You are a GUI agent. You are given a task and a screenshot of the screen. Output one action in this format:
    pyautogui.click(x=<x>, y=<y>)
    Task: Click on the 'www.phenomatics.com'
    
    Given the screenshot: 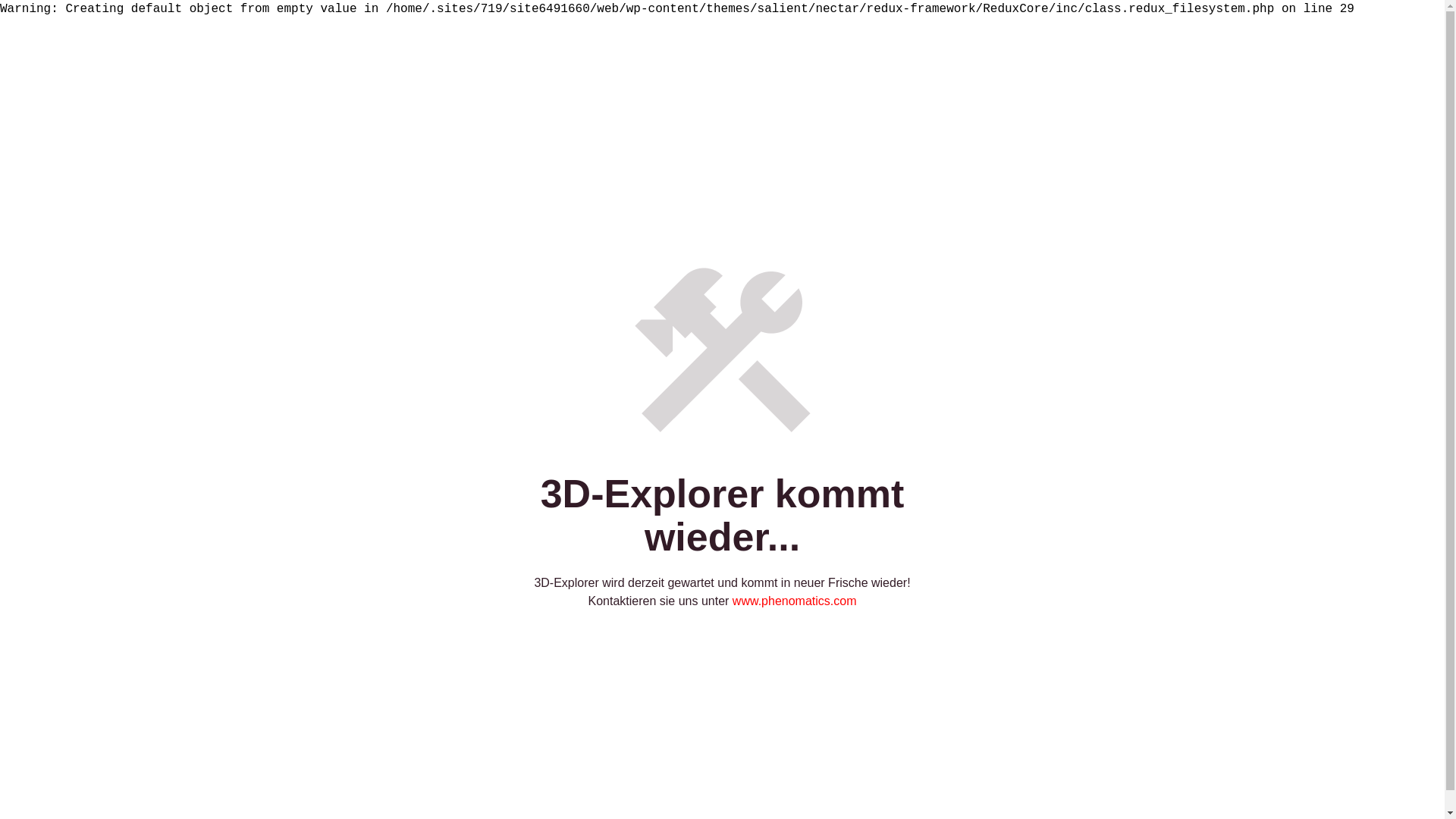 What is the action you would take?
    pyautogui.click(x=793, y=600)
    